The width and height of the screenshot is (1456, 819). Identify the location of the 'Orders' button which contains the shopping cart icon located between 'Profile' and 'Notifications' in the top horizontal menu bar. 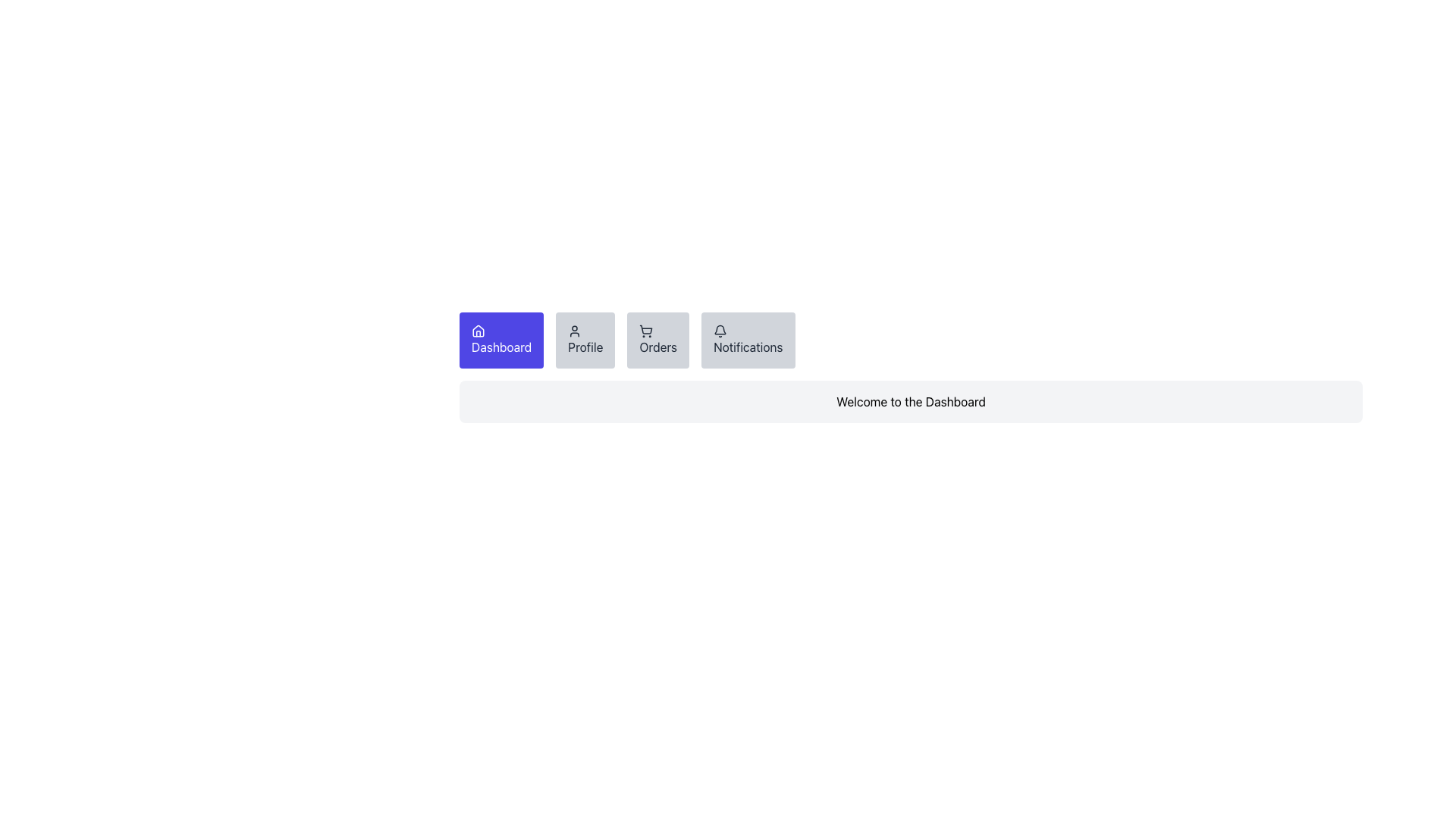
(646, 328).